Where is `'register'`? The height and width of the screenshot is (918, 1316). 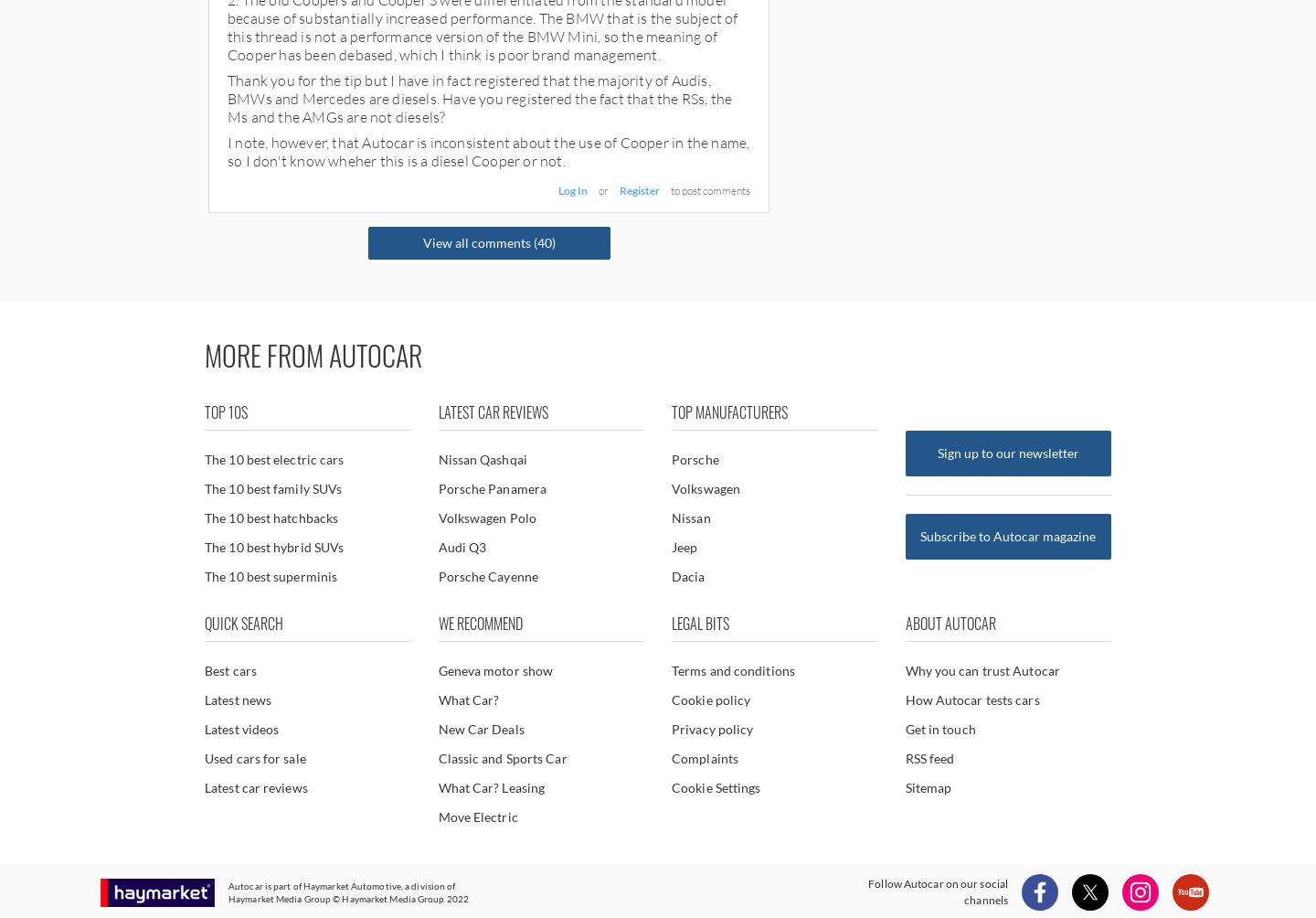
'register' is located at coordinates (639, 189).